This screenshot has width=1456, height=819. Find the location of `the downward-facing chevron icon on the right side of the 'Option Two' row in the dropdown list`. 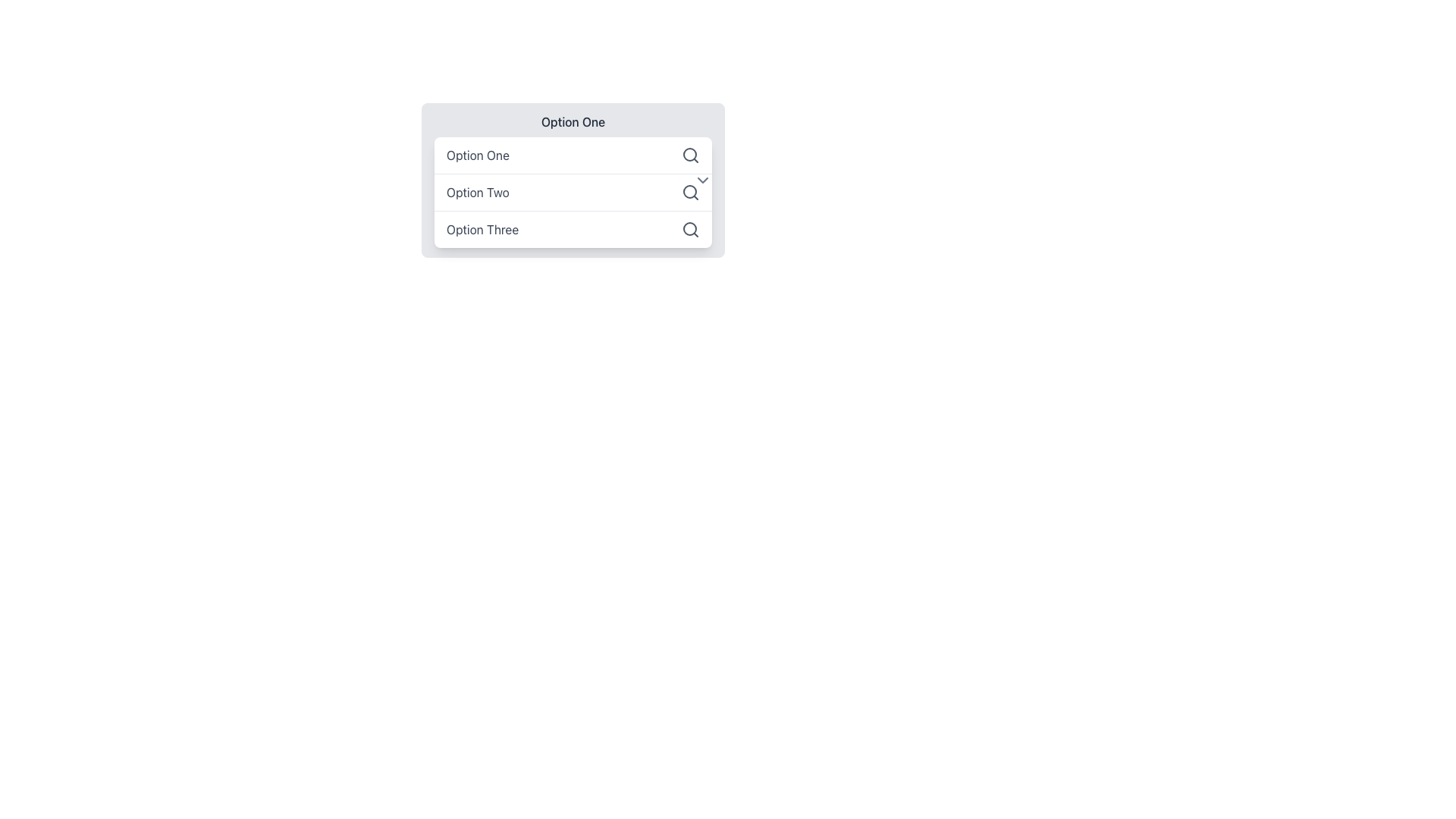

the downward-facing chevron icon on the right side of the 'Option Two' row in the dropdown list is located at coordinates (701, 180).